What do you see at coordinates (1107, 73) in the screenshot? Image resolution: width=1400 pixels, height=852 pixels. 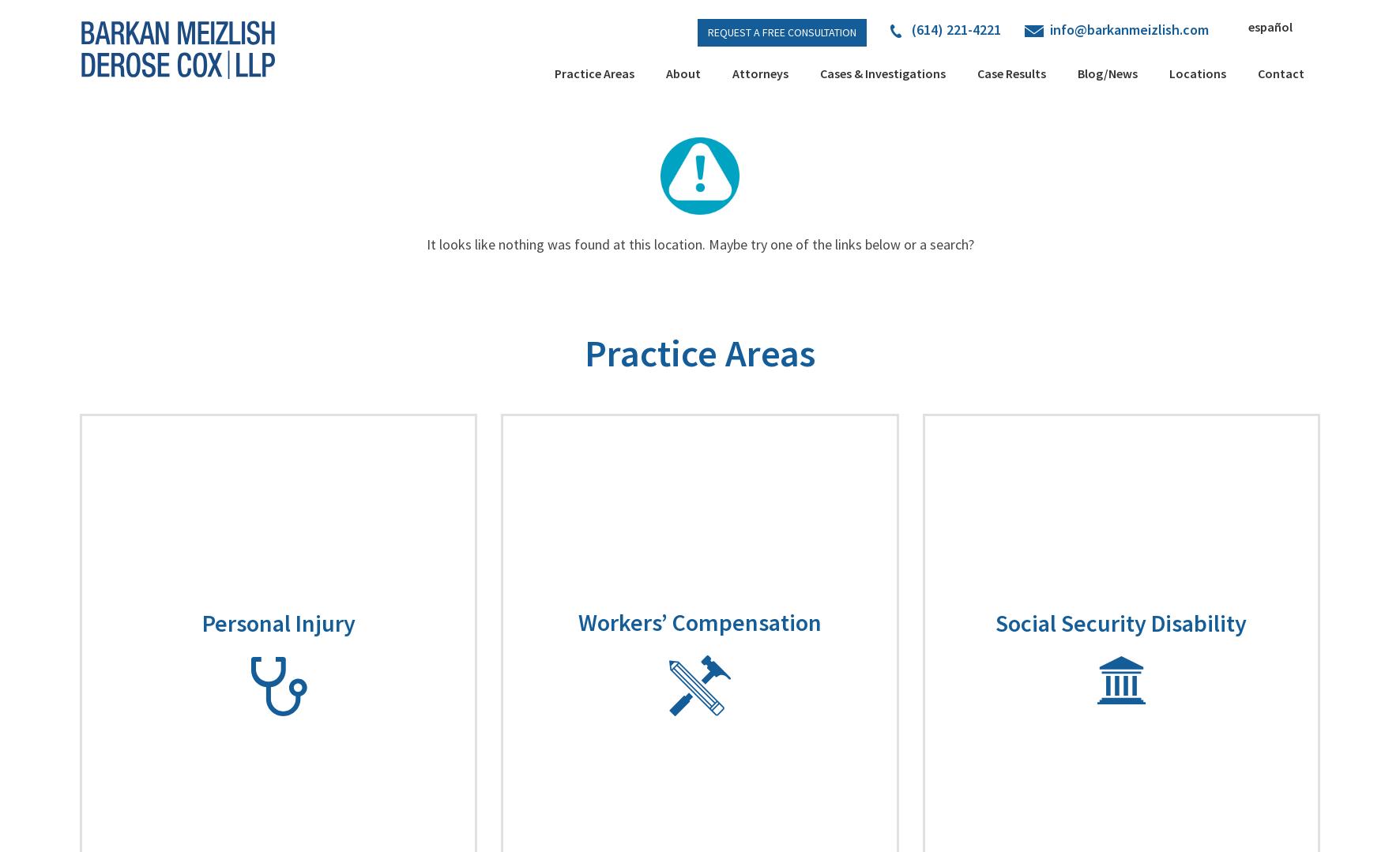 I see `'Blog/News'` at bounding box center [1107, 73].